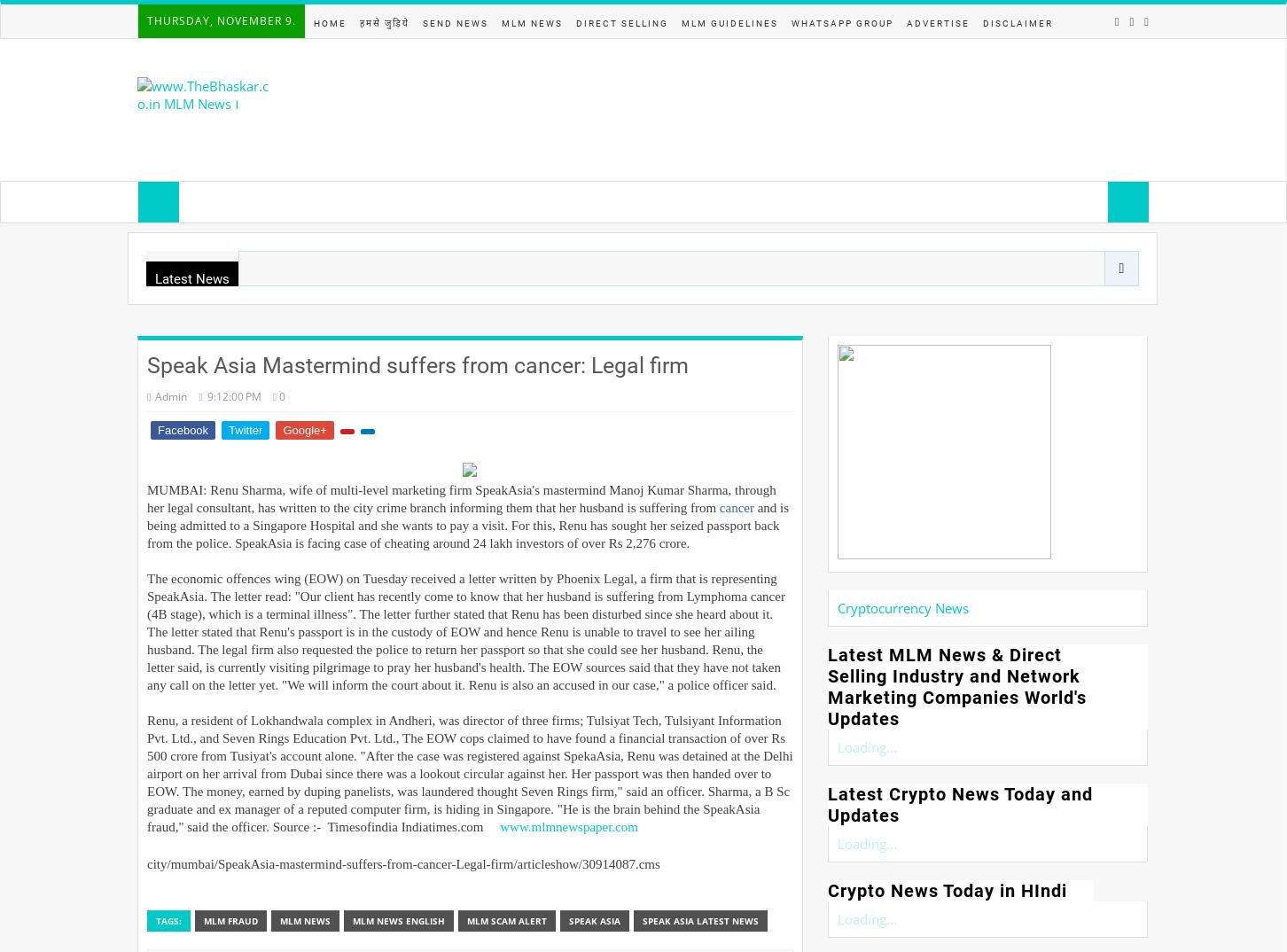 The height and width of the screenshot is (952, 1287). What do you see at coordinates (168, 920) in the screenshot?
I see `'Tags:'` at bounding box center [168, 920].